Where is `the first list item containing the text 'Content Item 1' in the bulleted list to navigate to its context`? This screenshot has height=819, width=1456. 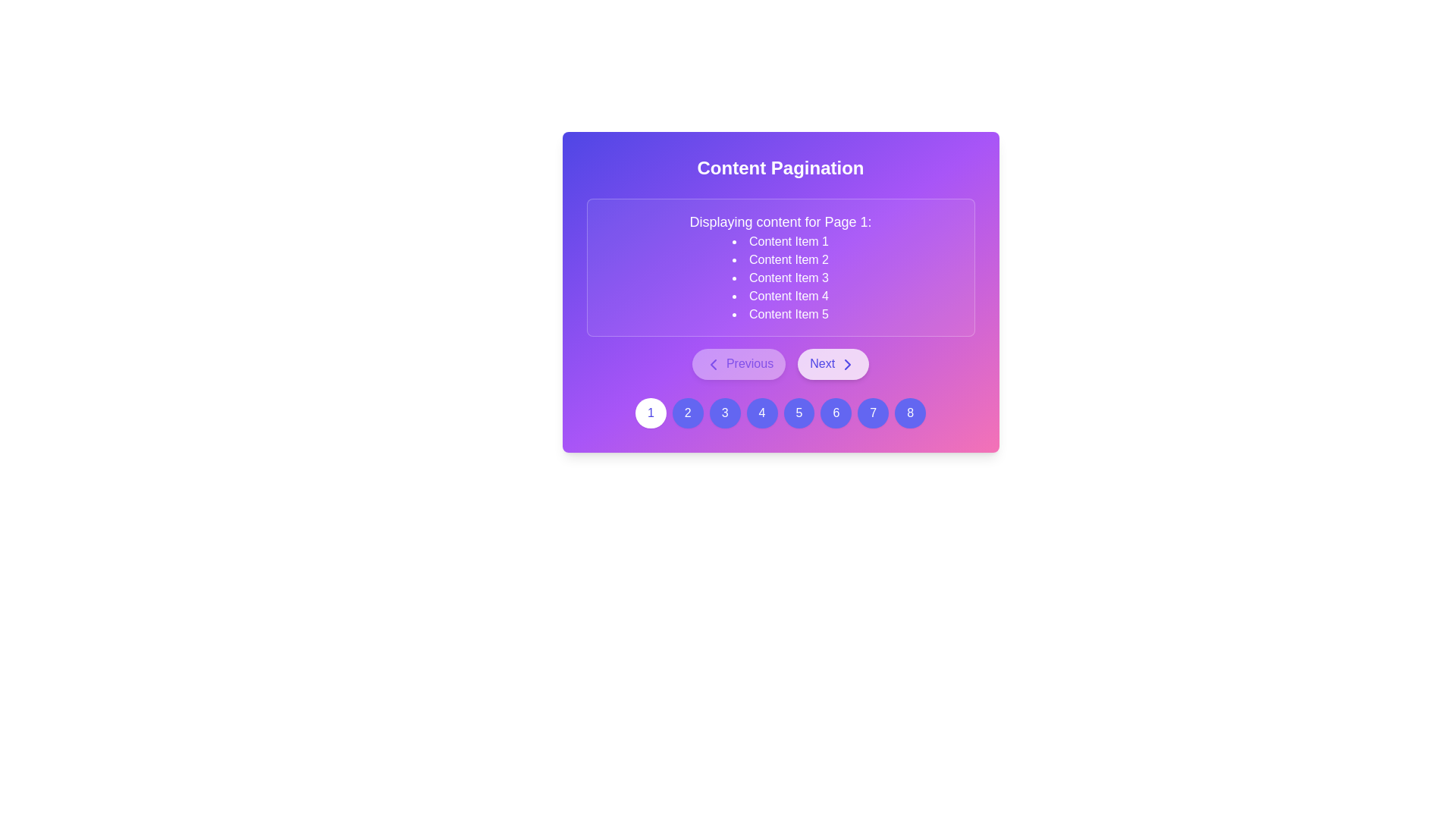 the first list item containing the text 'Content Item 1' in the bulleted list to navigate to its context is located at coordinates (780, 241).